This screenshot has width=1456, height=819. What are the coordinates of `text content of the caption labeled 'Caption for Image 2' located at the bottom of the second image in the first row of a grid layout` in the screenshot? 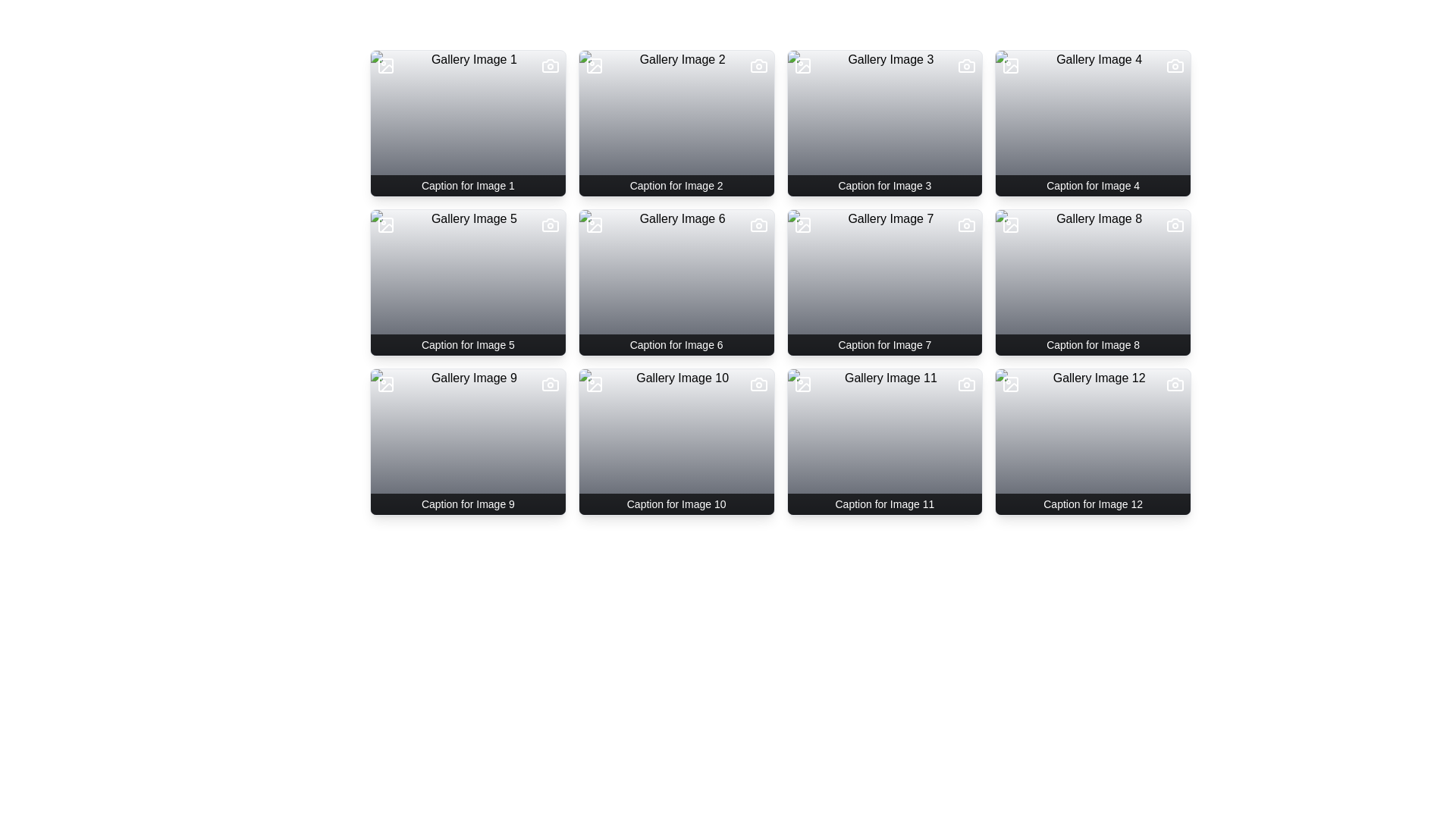 It's located at (676, 185).